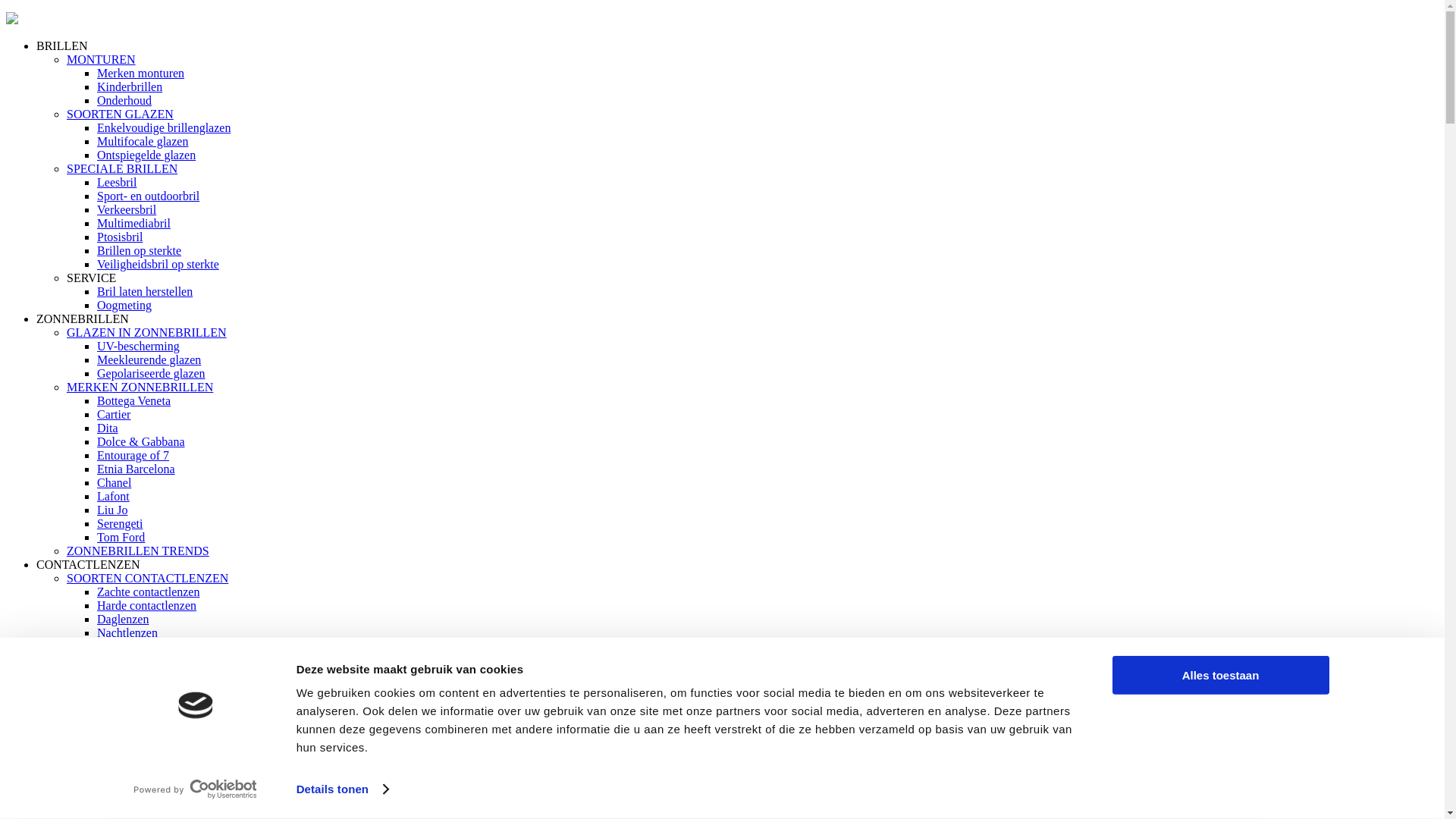  I want to click on 'Oogmeting', so click(124, 305).